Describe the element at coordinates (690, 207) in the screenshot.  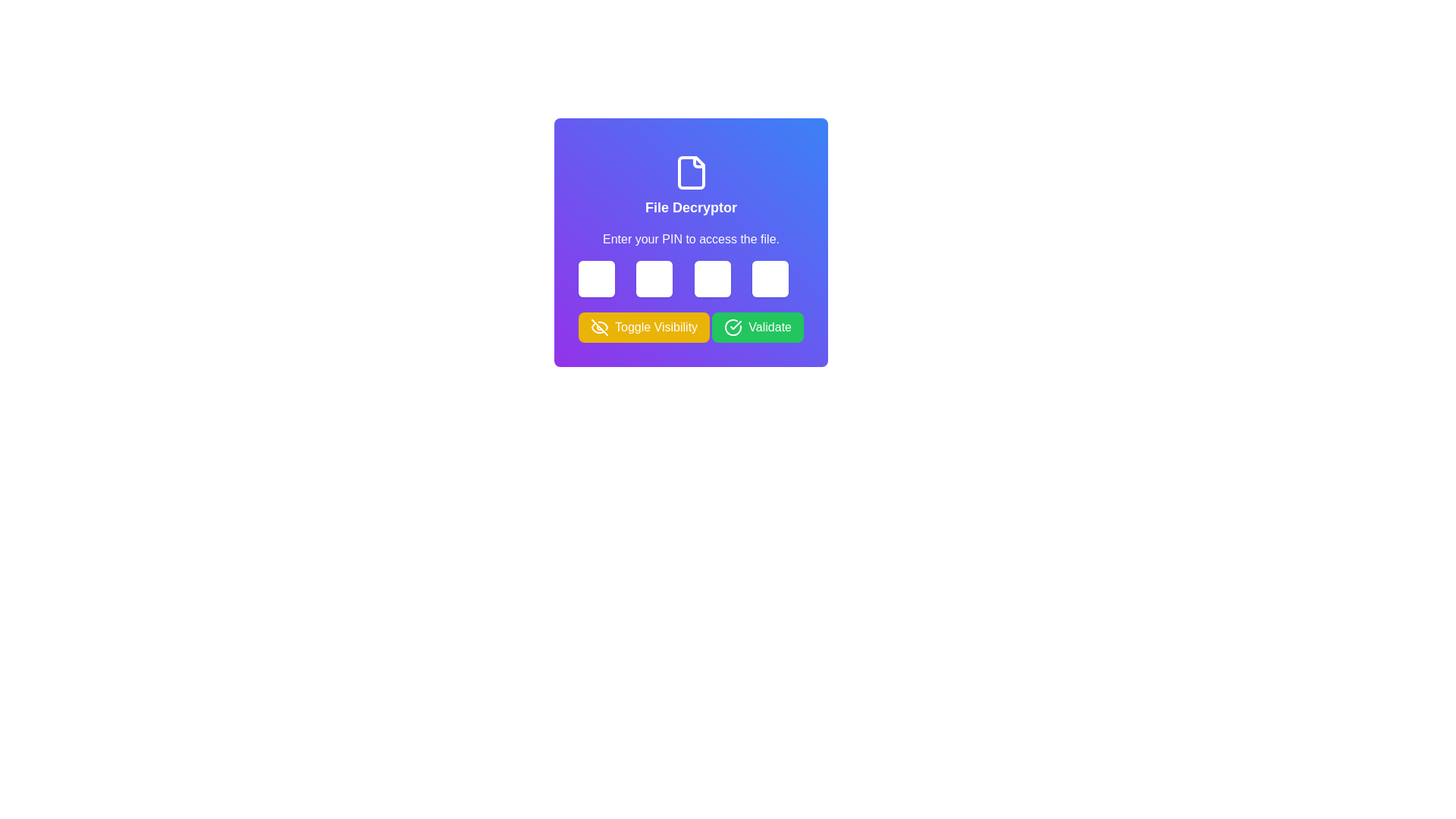
I see `the 'File Decryptor' static text label, which is styled with a bold, larger font and positioned centrally within a blue-to-purple gradient rectangle, located directly under a document icon` at that location.